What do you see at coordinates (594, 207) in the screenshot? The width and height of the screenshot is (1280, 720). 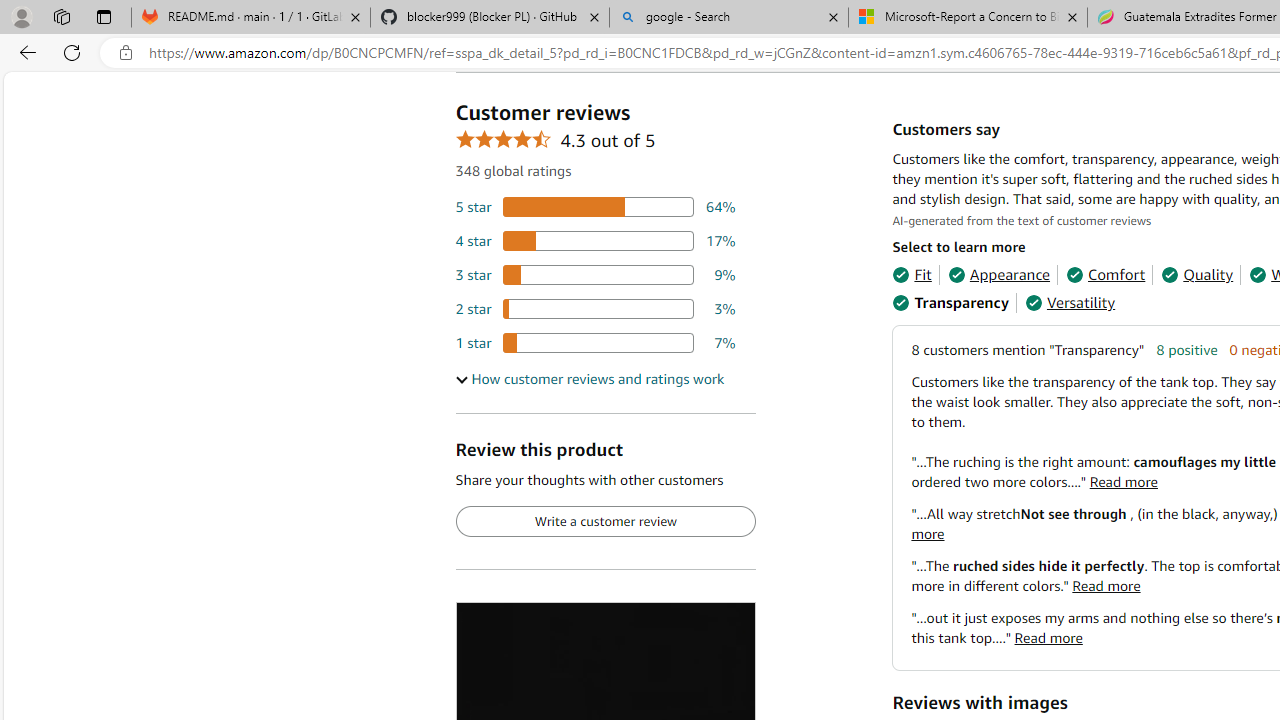 I see `'64 percent of reviews have 5 stars'` at bounding box center [594, 207].